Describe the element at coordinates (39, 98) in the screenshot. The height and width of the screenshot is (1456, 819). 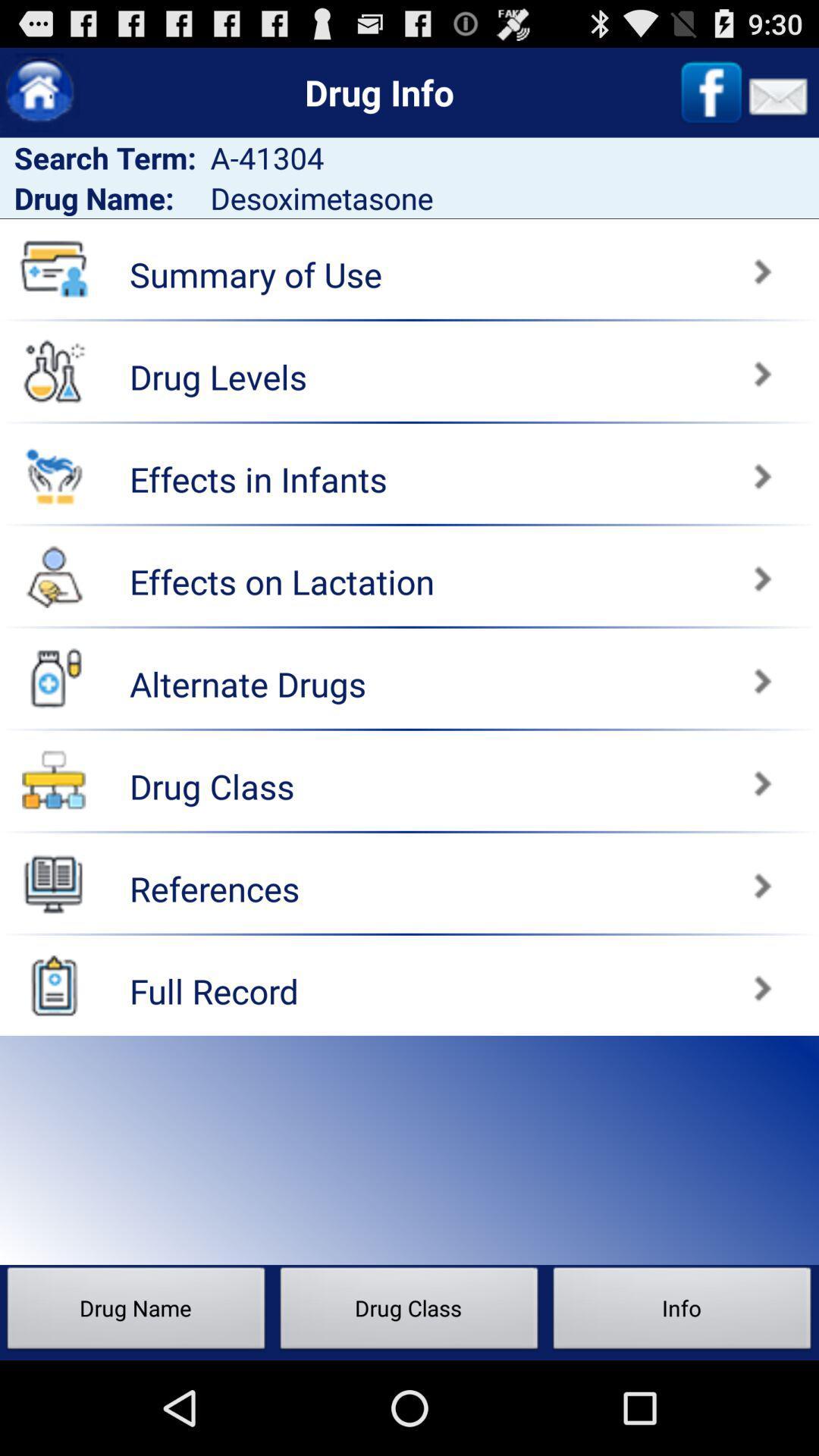
I see `the home icon` at that location.